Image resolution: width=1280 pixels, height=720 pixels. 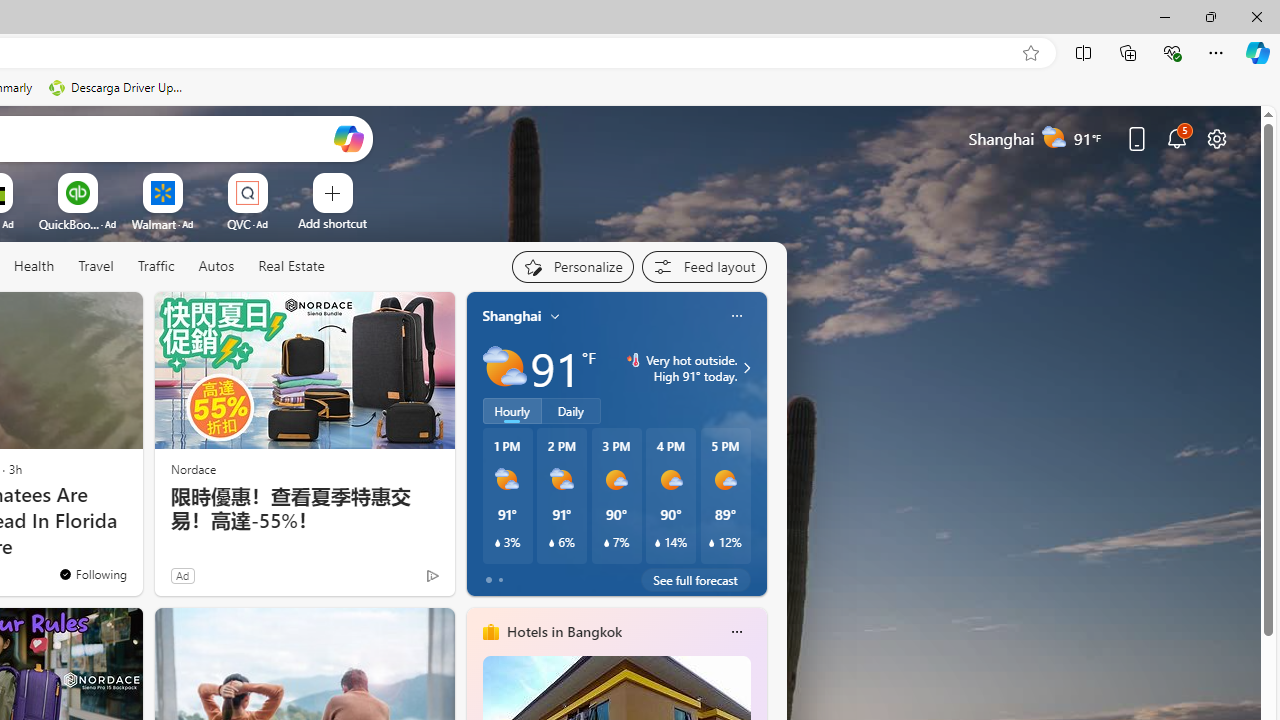 What do you see at coordinates (332, 223) in the screenshot?
I see `'Add a site'` at bounding box center [332, 223].